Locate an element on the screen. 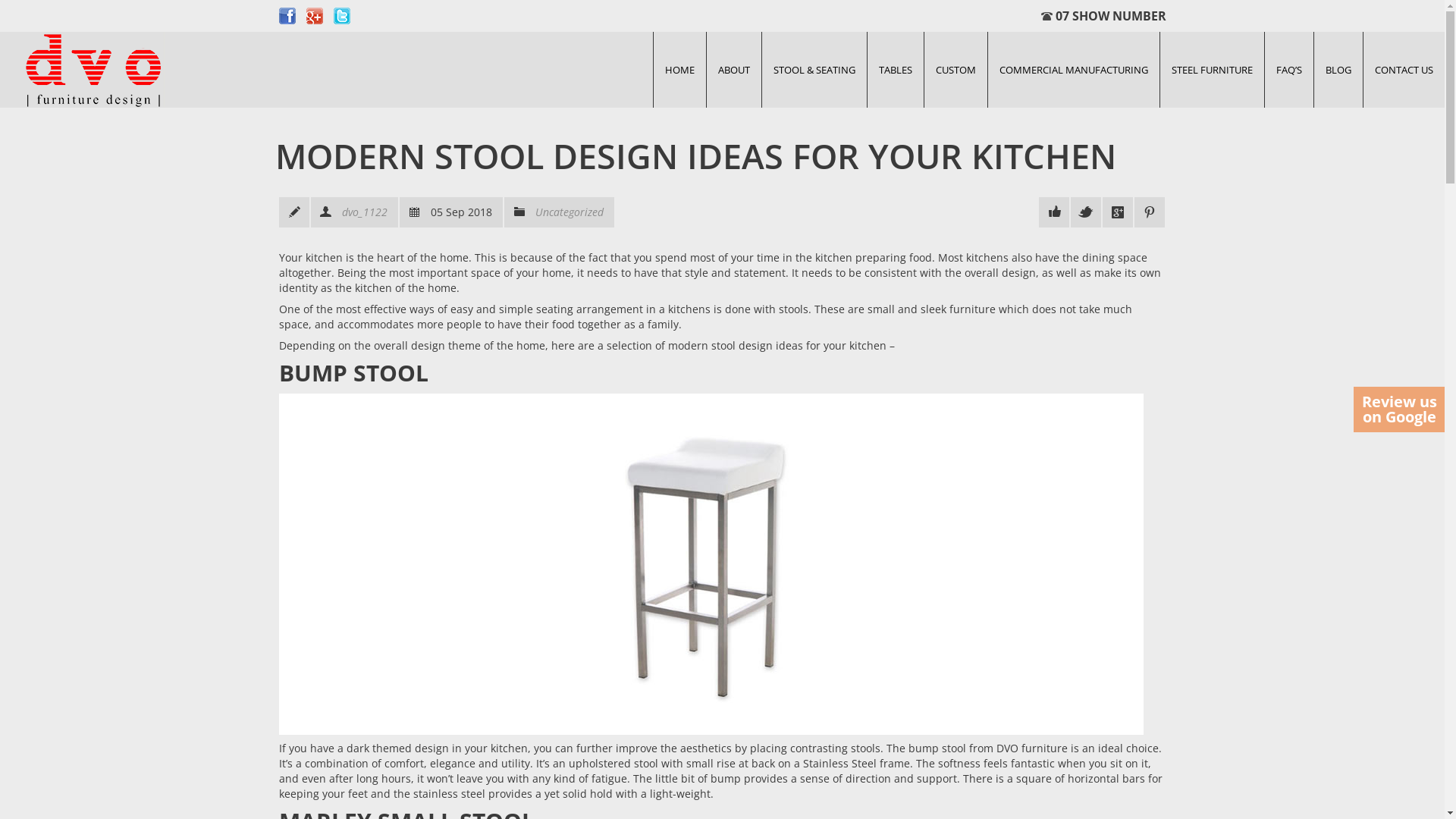 Image resolution: width=1456 pixels, height=819 pixels. 'Uncategorized' is located at coordinates (568, 212).